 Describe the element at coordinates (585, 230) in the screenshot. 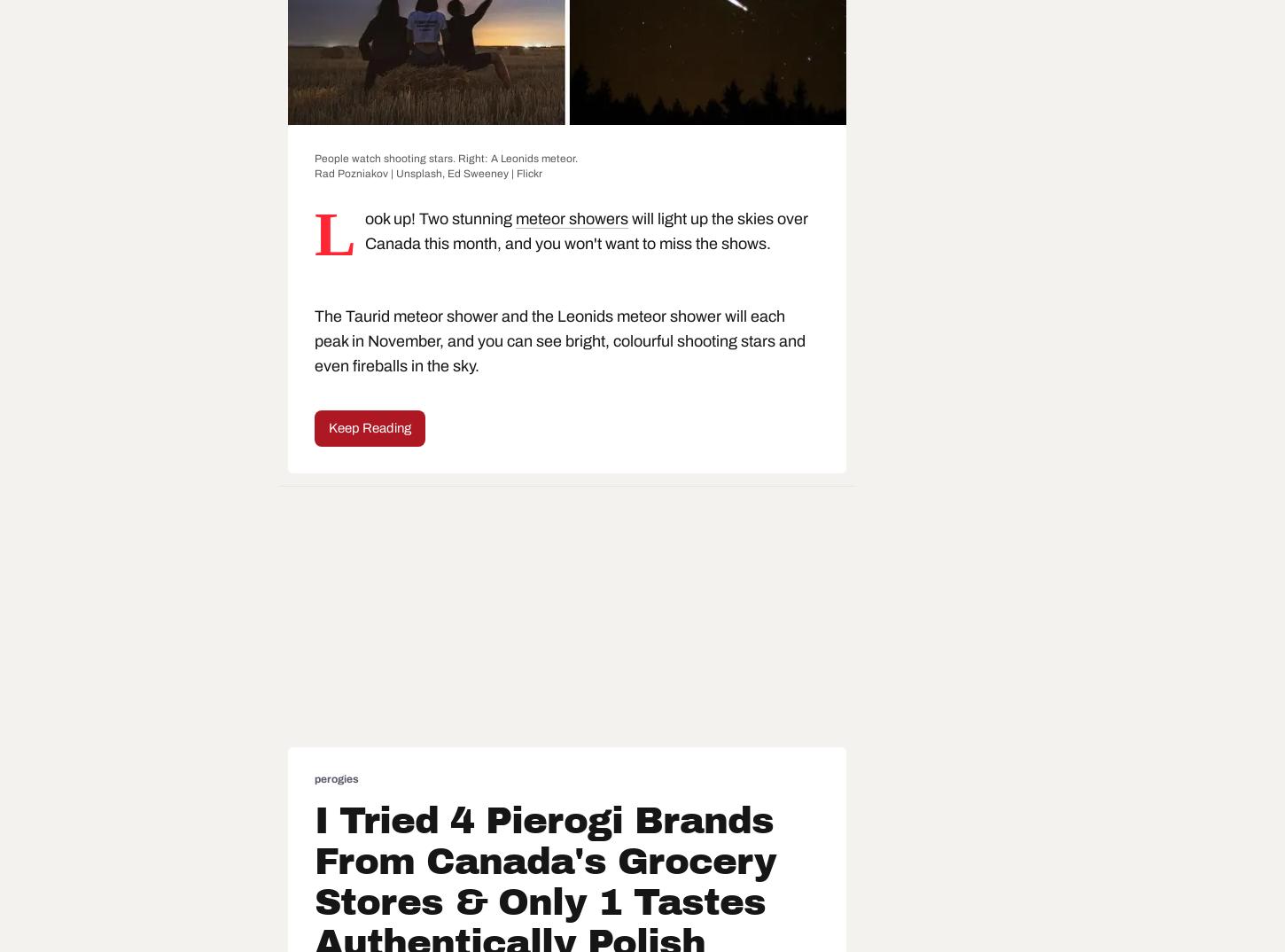

I see `'will light up the skies over Canada this month, and you won't want to miss the shows.'` at that location.